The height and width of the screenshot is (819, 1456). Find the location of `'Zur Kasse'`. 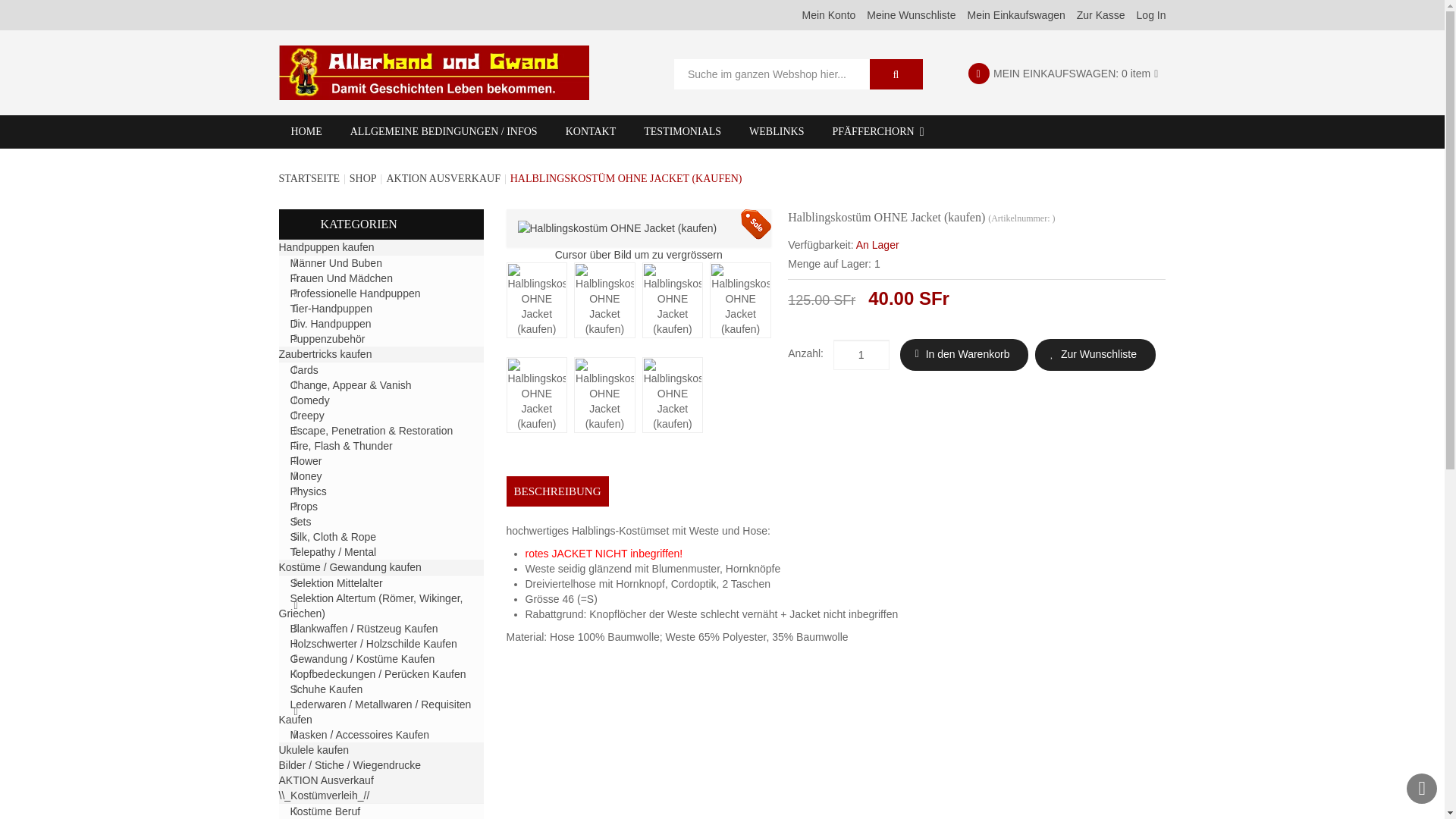

'Zur Kasse' is located at coordinates (1101, 14).